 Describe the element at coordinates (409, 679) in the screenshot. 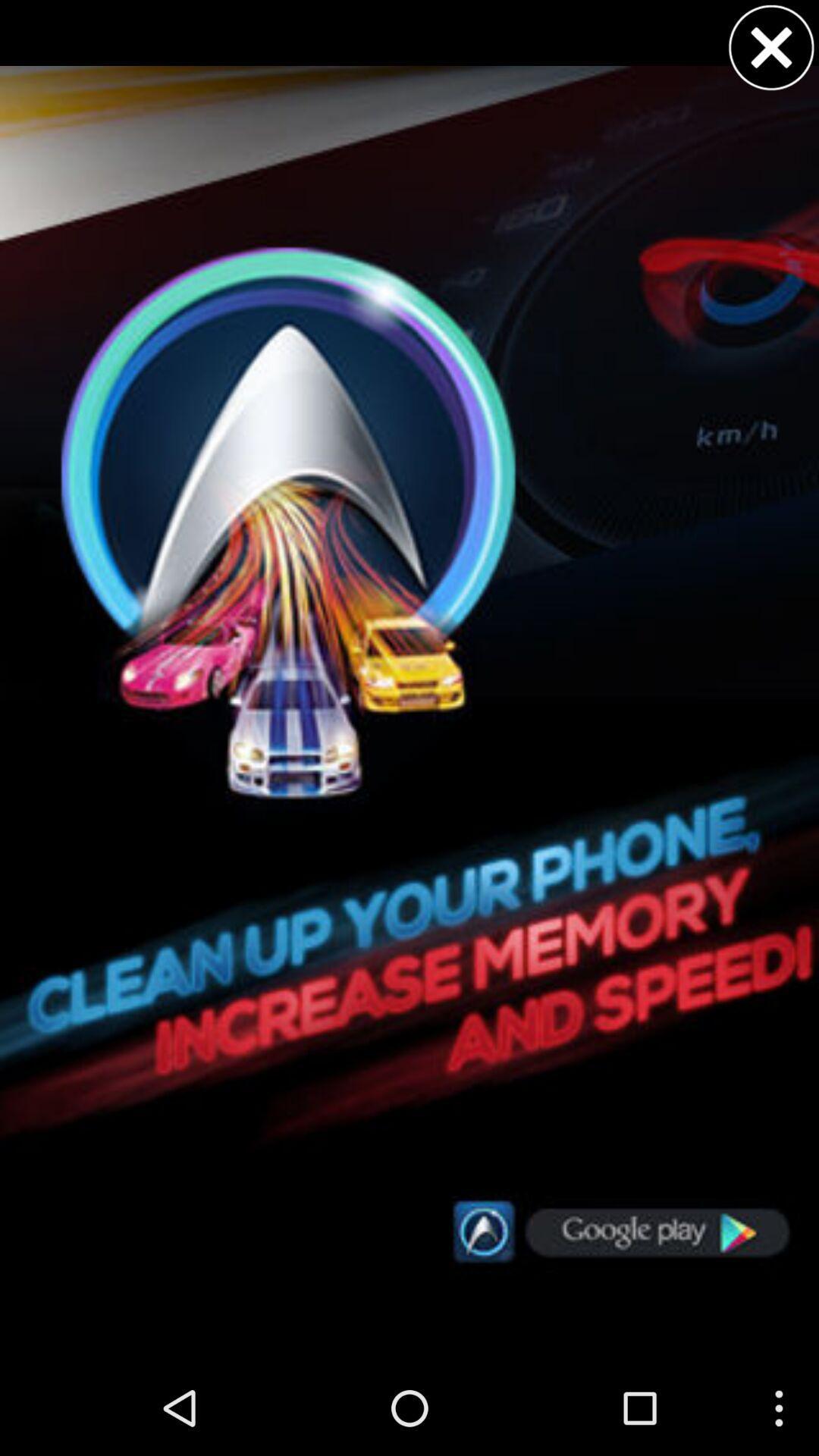

I see `the item at the center` at that location.